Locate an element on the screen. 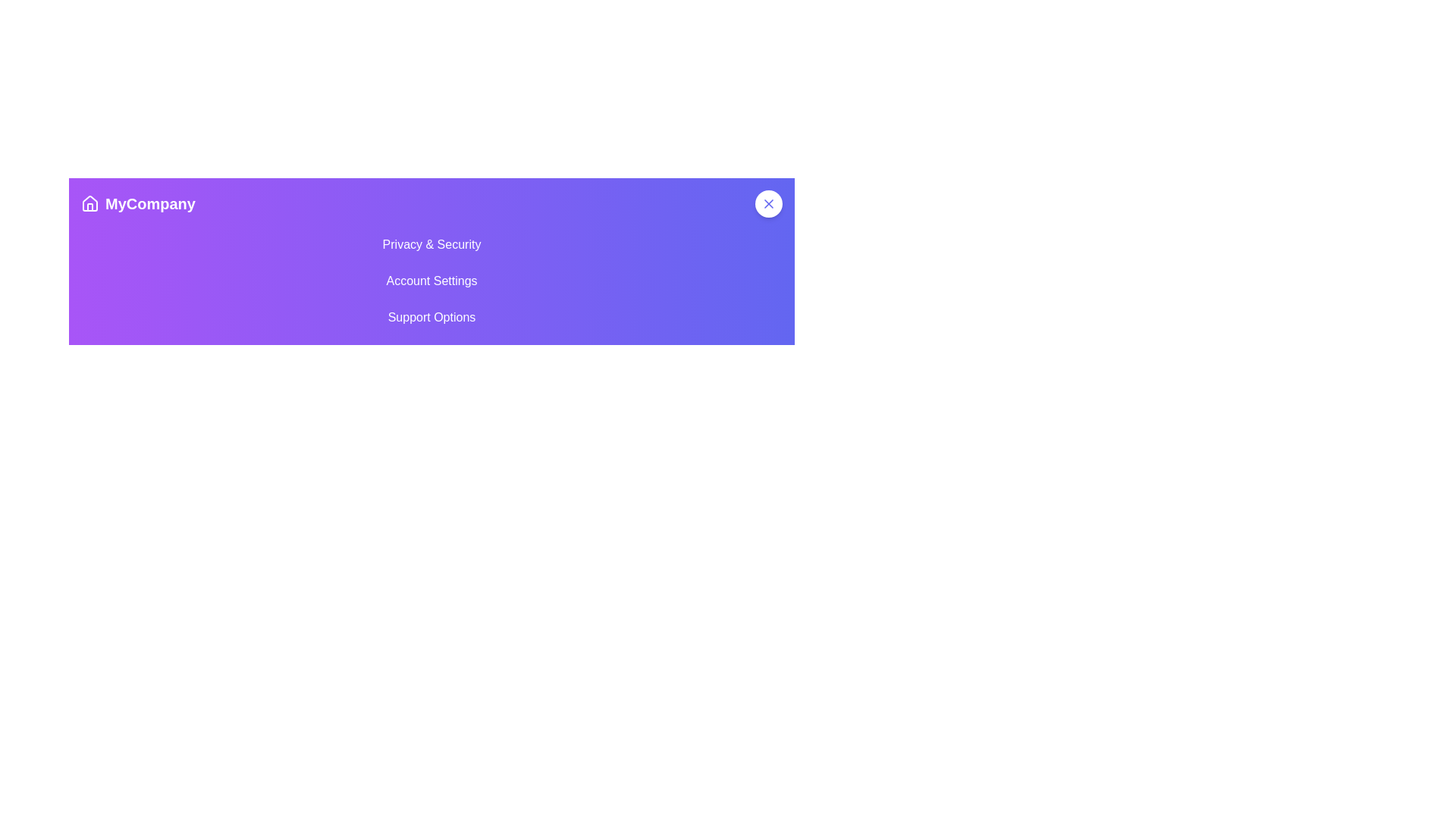  the close button located on the right-upper corner of the interface, within the gradient header section, next to the text navigation options is located at coordinates (768, 203).